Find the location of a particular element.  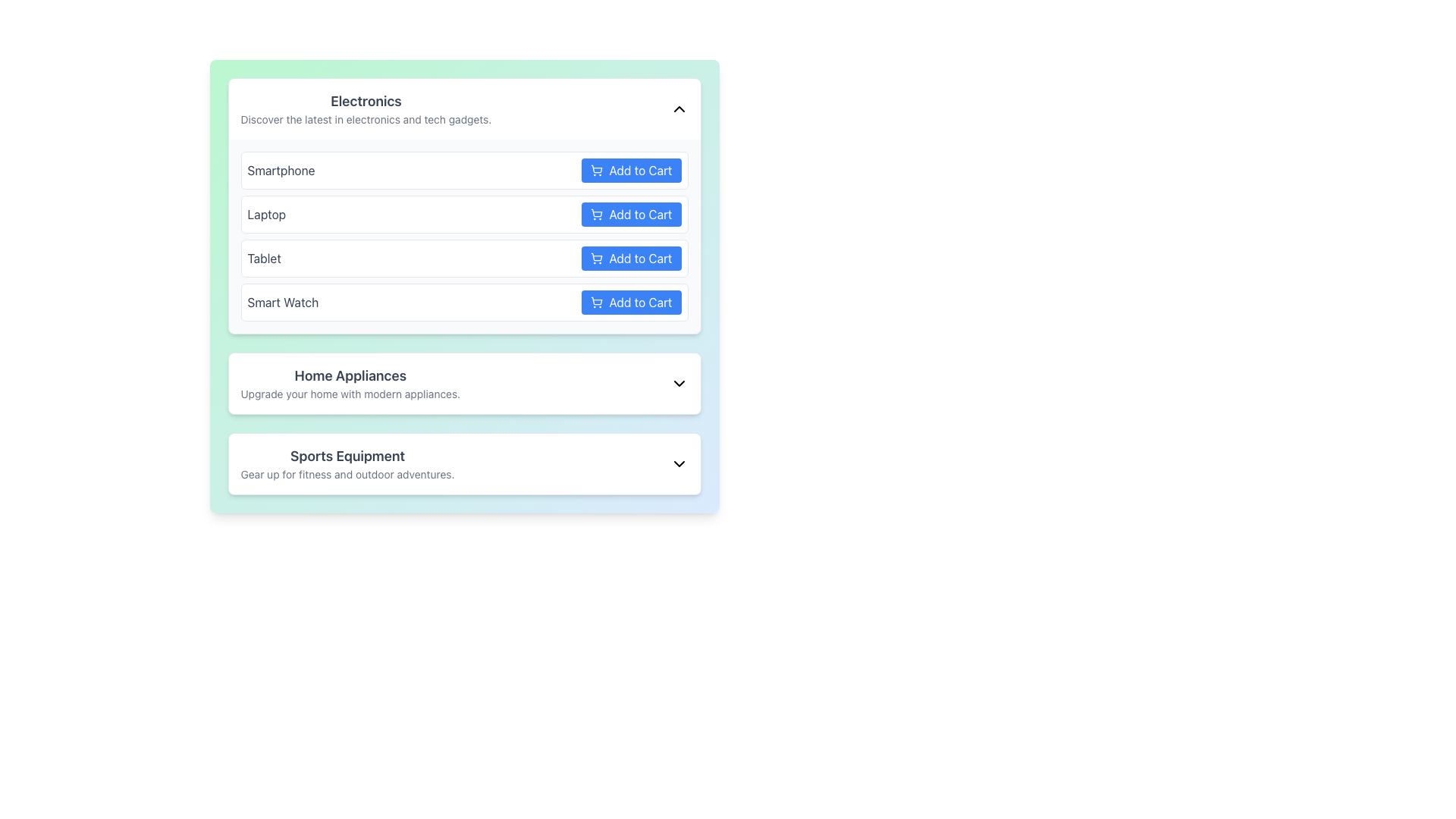

the button is located at coordinates (631, 214).